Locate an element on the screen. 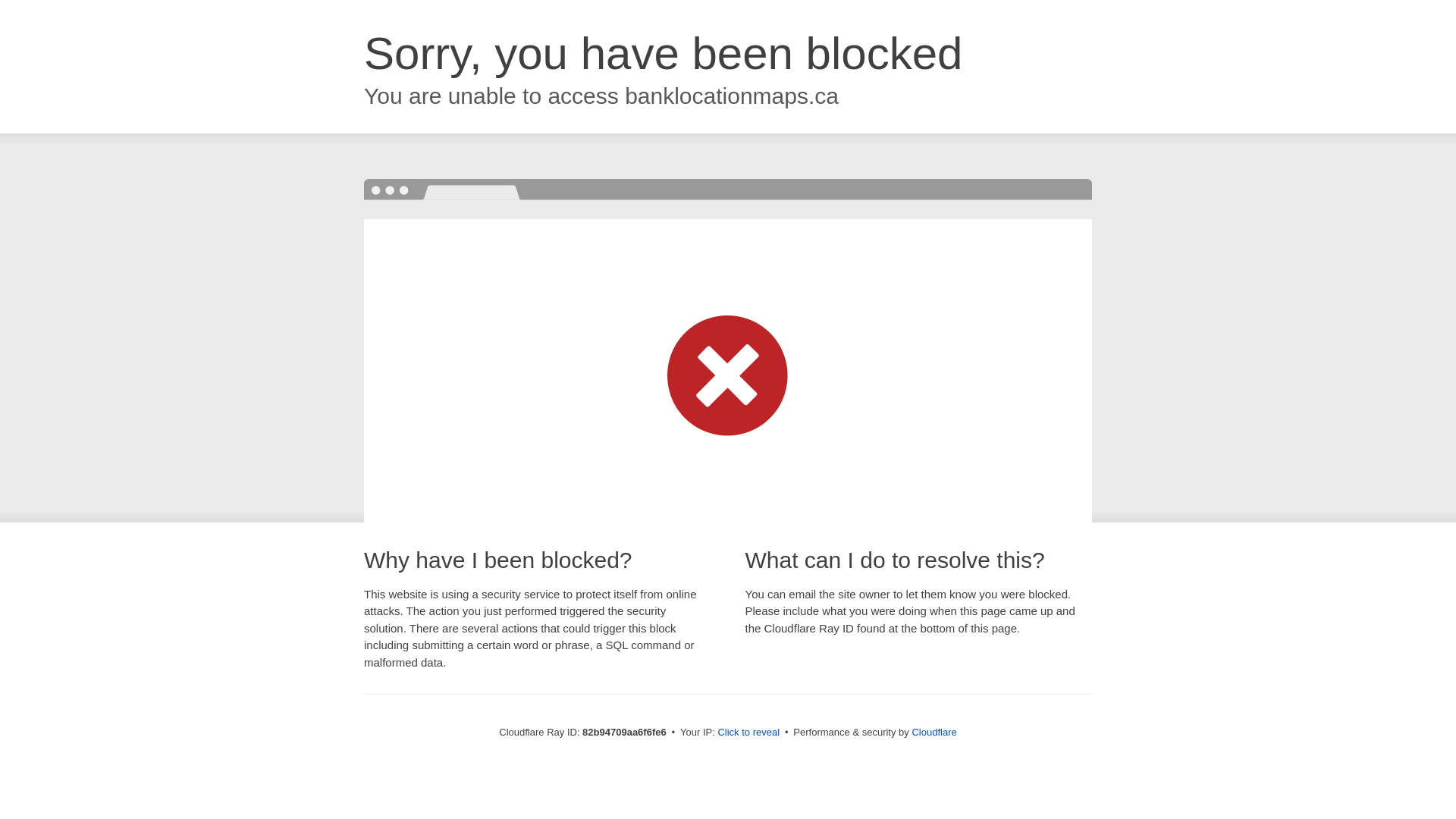 The image size is (1456, 819). 'Click to reveal' is located at coordinates (716, 731).